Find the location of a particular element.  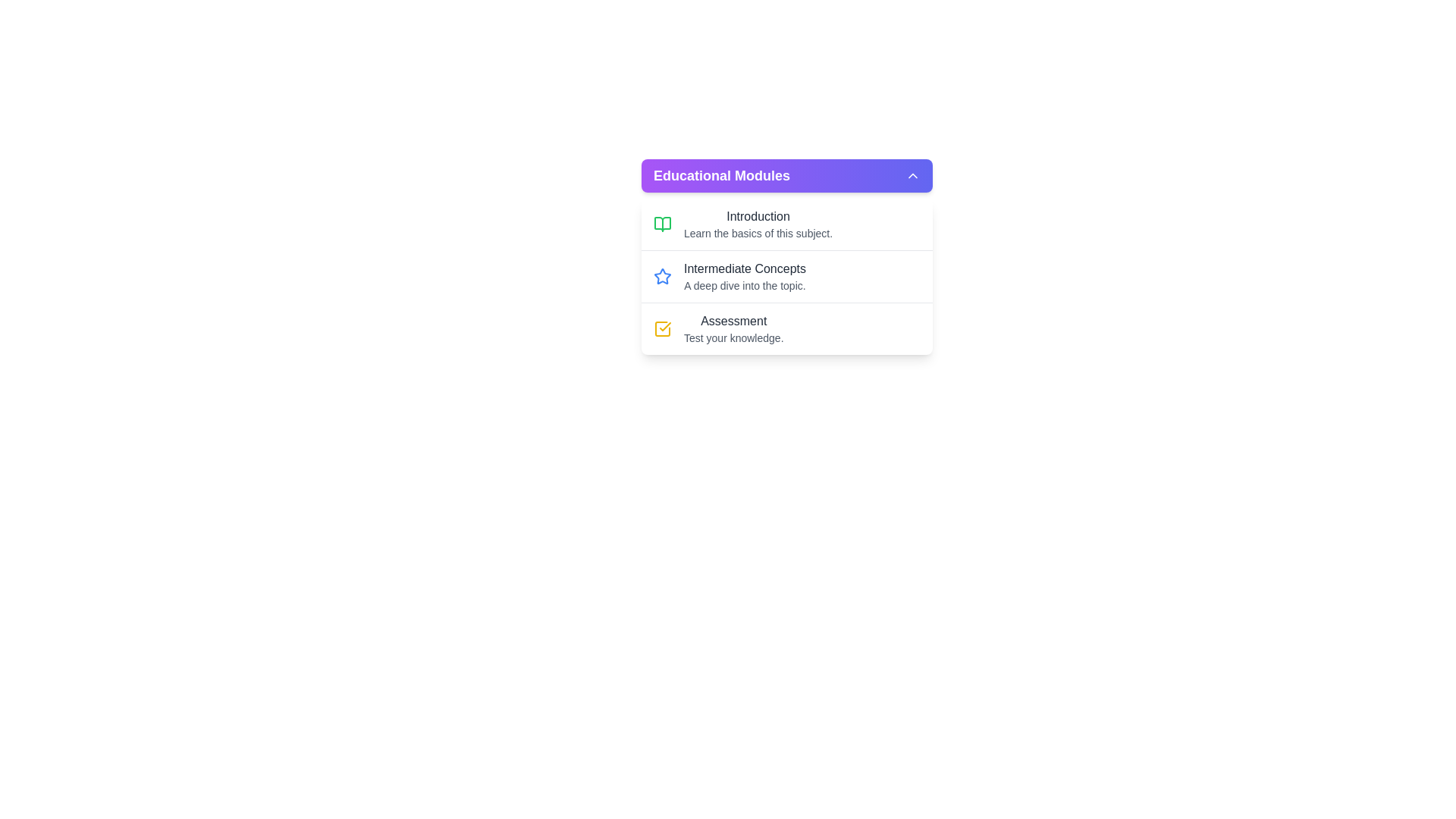

information displayed in the label titled 'Intermediate Concepts' with the subtitle 'A deep dive into the topic.' located in the second position of the Educational Modules section is located at coordinates (745, 277).